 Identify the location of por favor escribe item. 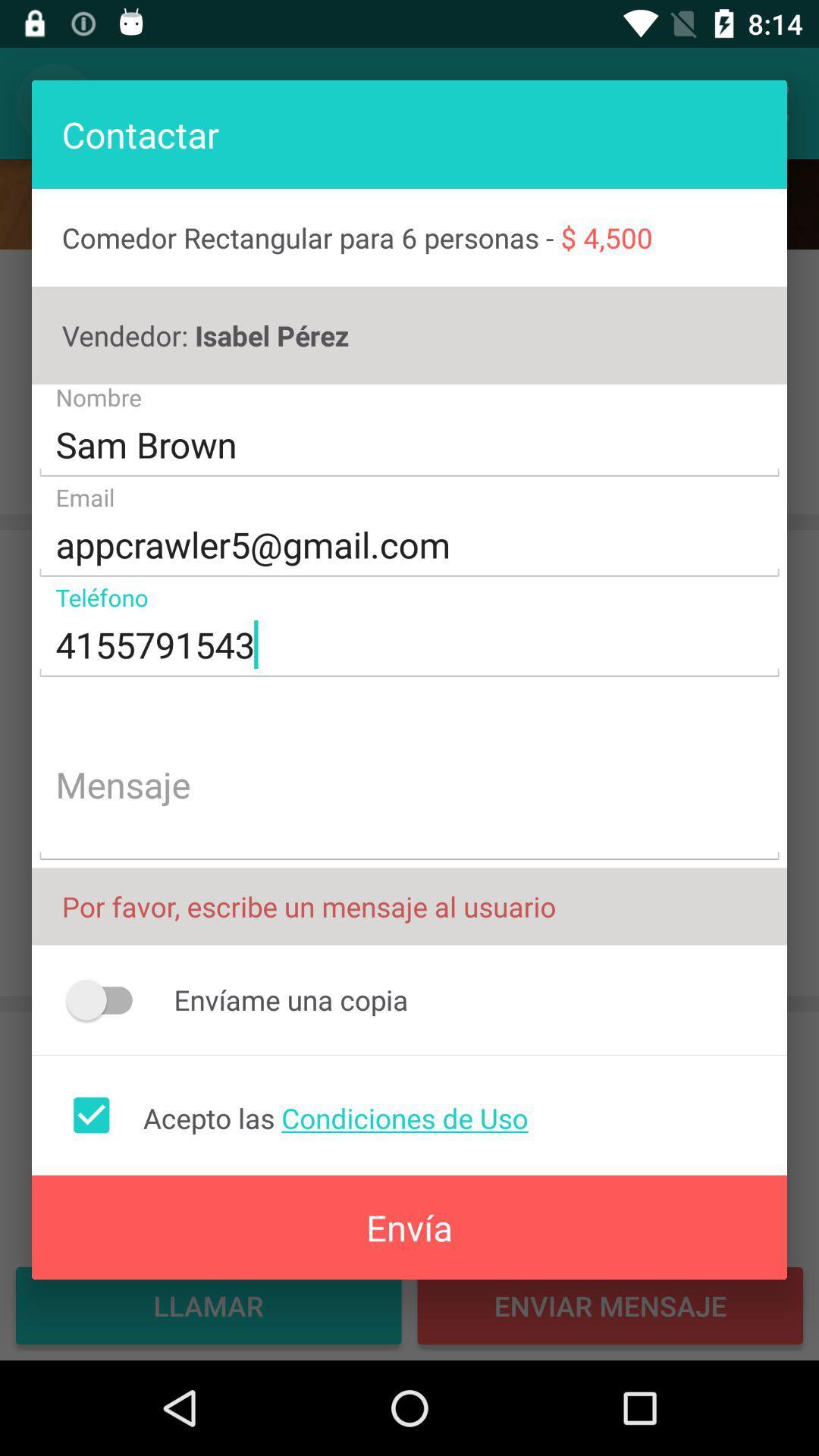
(409, 906).